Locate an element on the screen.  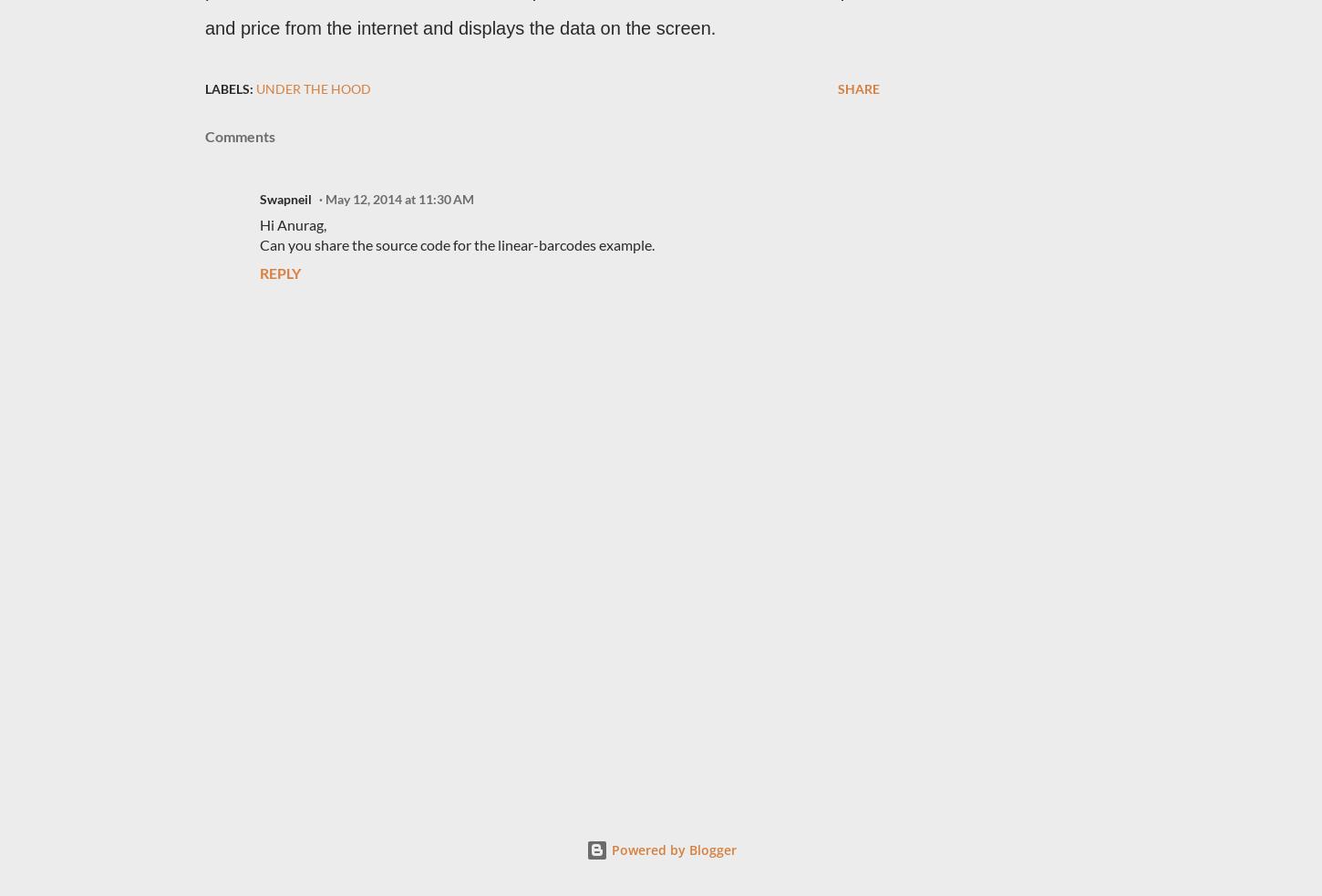
'Comments' is located at coordinates (240, 135).